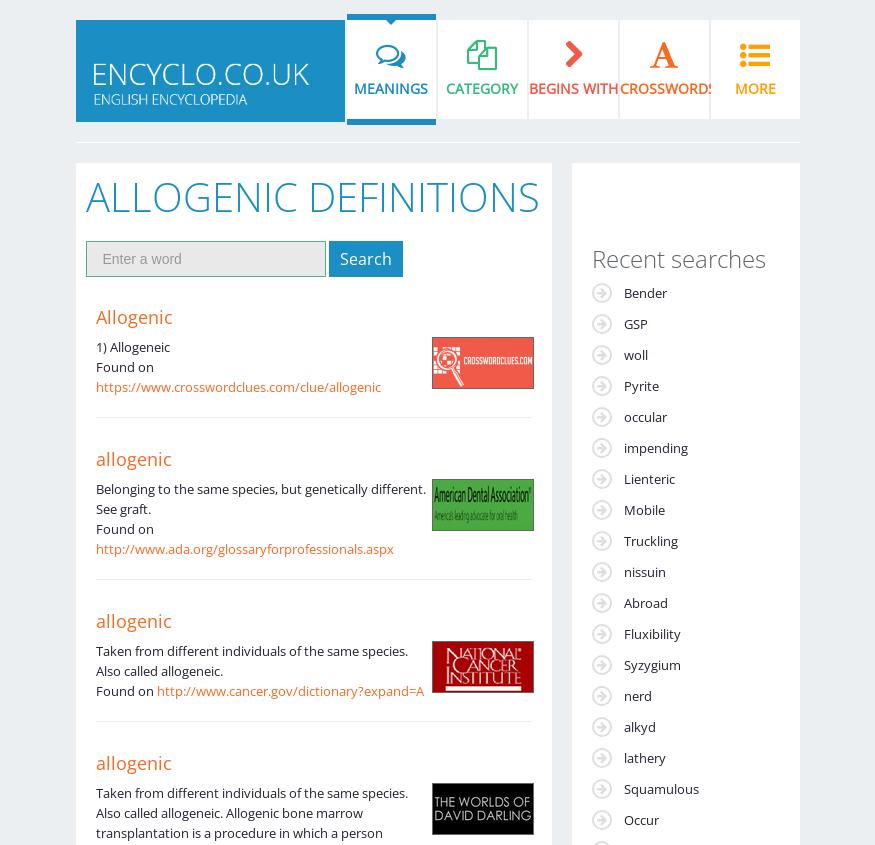 The image size is (875, 845). I want to click on 'woll', so click(633, 352).